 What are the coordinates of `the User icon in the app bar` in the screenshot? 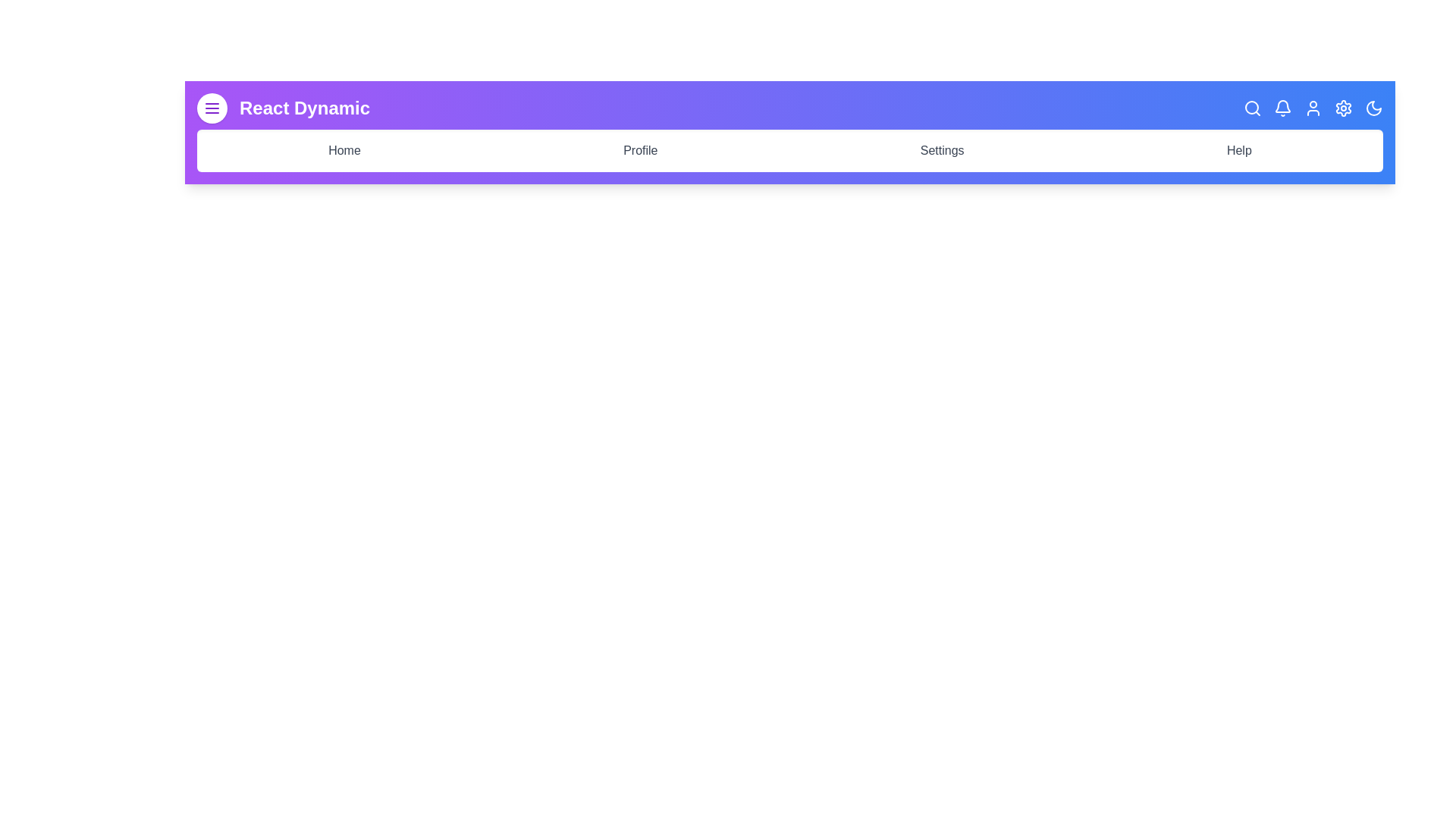 It's located at (1313, 107).